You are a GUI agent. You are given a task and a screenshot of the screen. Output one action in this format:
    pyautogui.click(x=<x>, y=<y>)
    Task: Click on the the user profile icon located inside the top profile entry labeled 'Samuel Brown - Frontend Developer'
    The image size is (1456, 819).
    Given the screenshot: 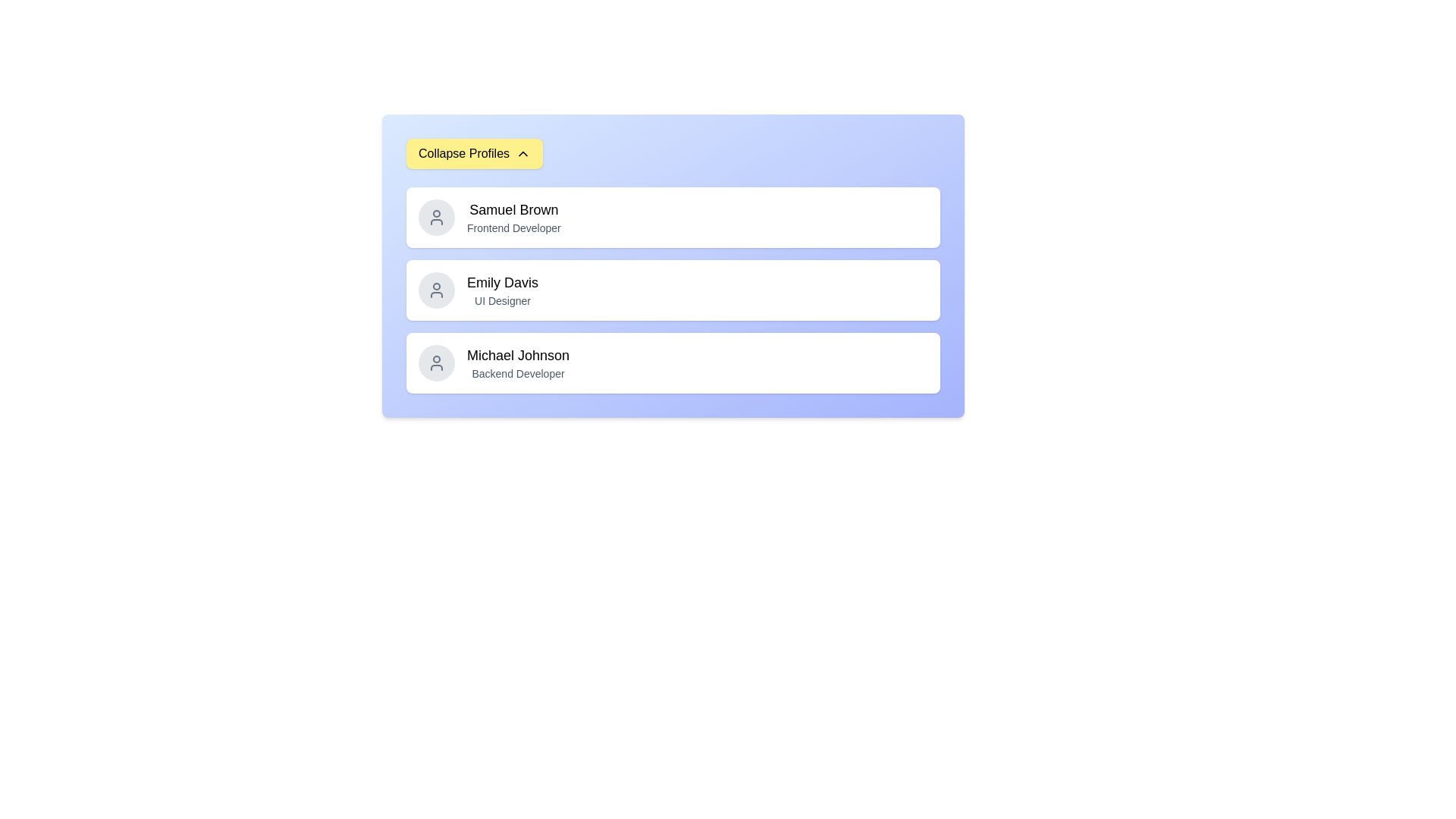 What is the action you would take?
    pyautogui.click(x=436, y=217)
    